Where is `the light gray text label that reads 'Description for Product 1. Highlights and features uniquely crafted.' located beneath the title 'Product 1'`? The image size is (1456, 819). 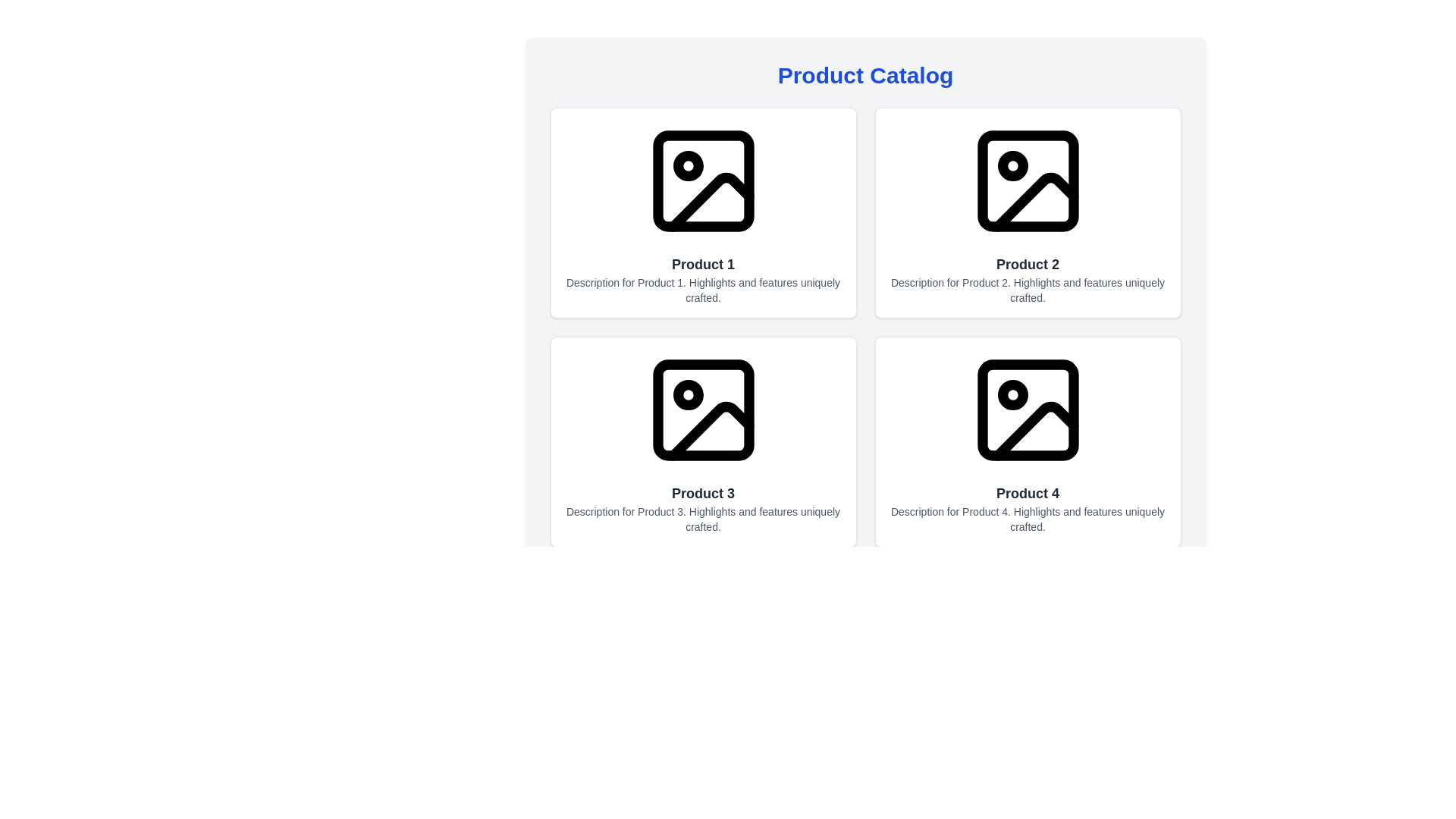
the light gray text label that reads 'Description for Product 1. Highlights and features uniquely crafted.' located beneath the title 'Product 1' is located at coordinates (702, 290).